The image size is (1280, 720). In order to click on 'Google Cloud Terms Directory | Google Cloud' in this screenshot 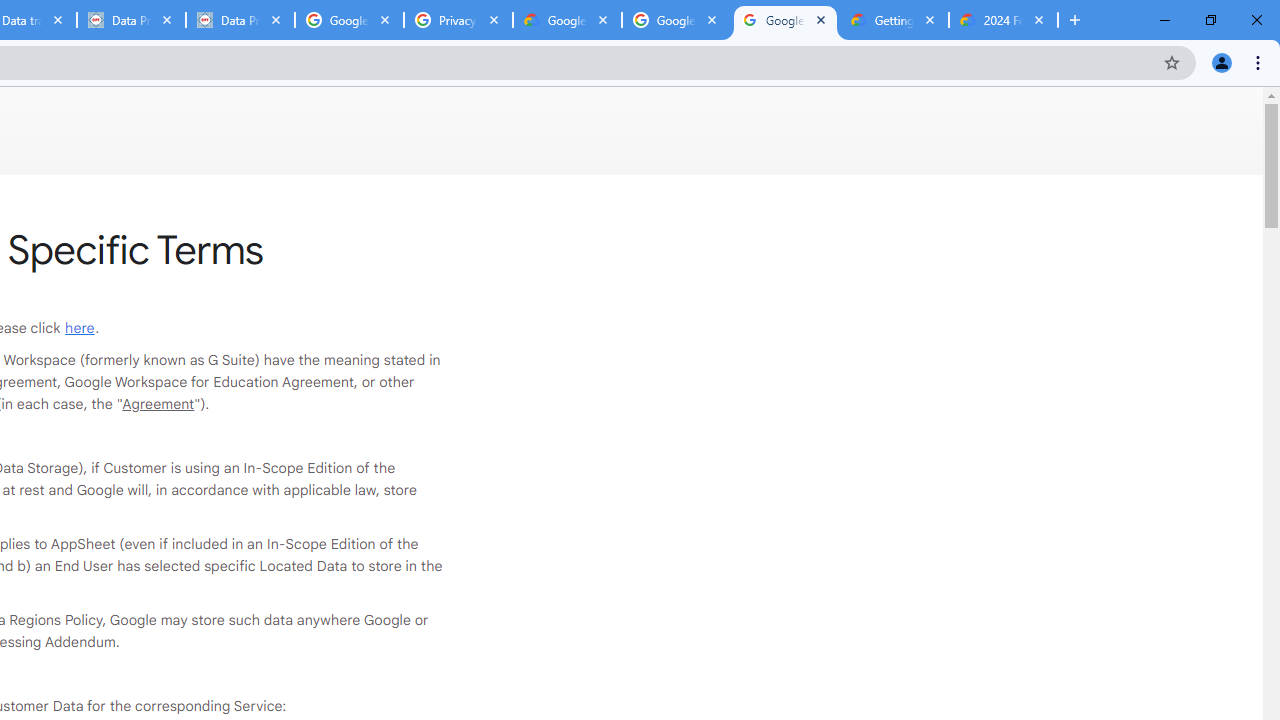, I will do `click(566, 20)`.